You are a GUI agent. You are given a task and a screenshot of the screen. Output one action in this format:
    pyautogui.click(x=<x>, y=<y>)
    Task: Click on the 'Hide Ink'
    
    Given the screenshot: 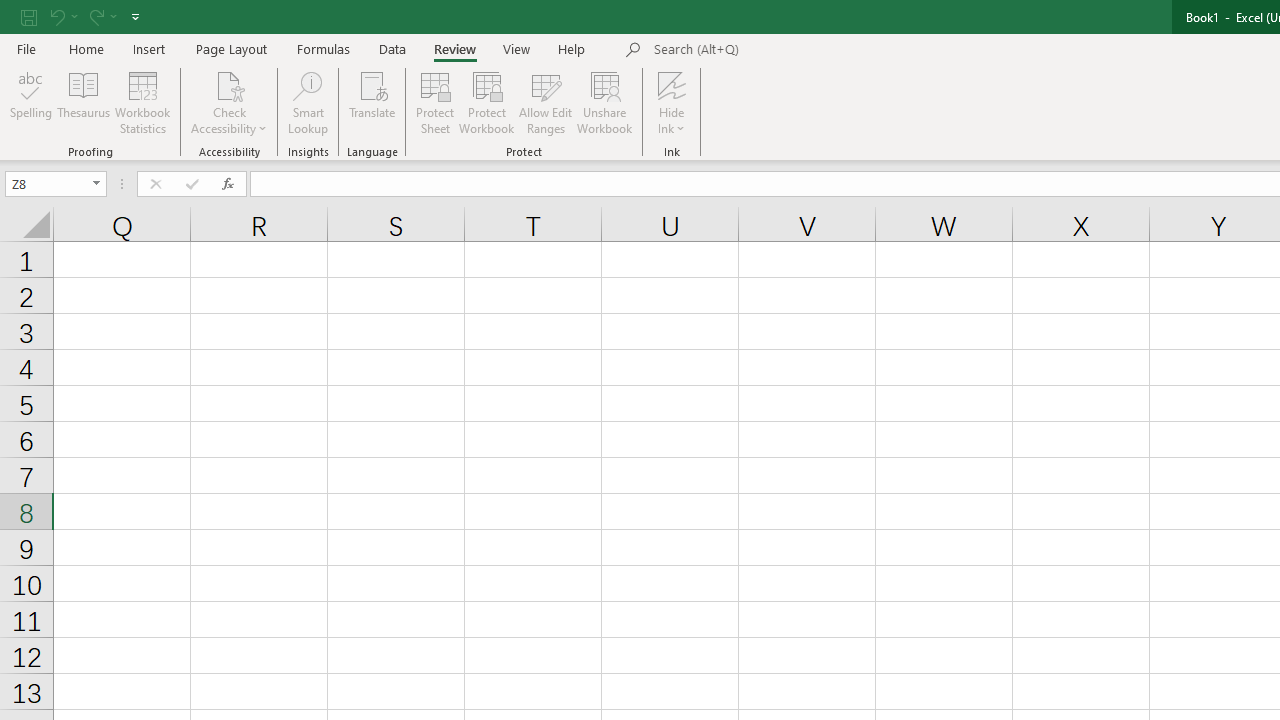 What is the action you would take?
    pyautogui.click(x=672, y=103)
    